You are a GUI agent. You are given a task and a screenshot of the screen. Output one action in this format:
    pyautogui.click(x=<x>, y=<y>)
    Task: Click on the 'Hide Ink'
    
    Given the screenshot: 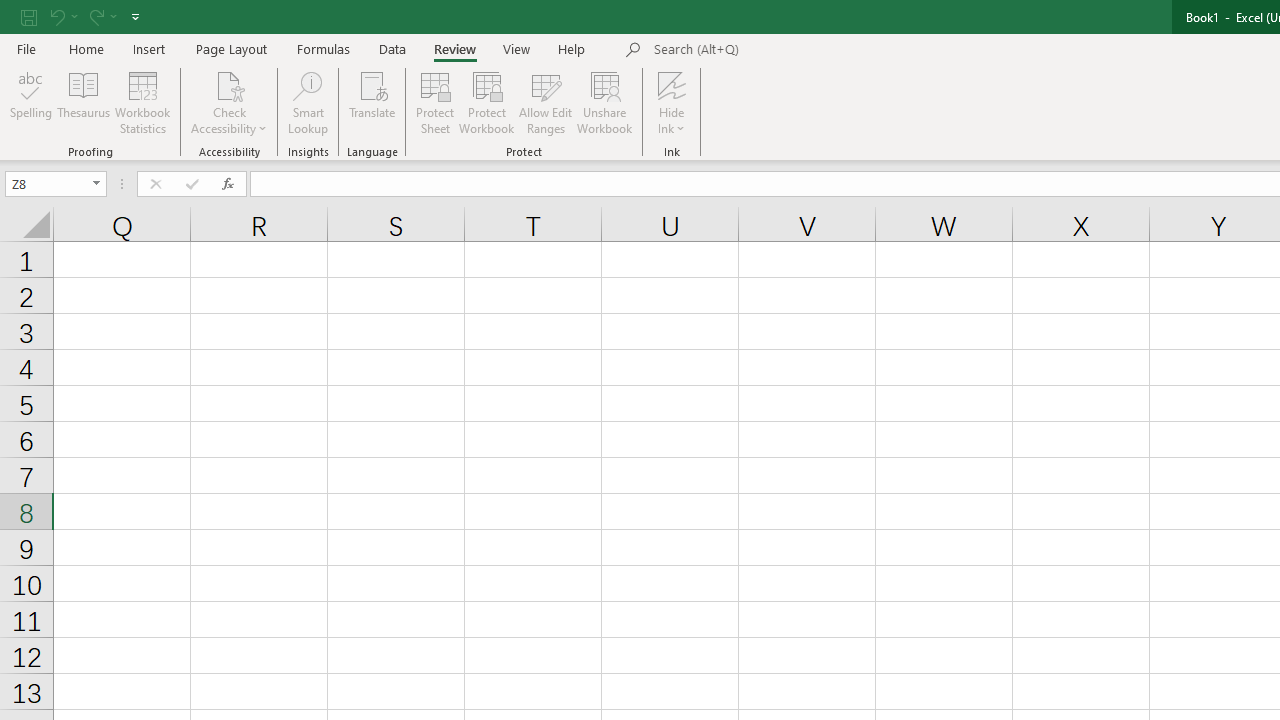 What is the action you would take?
    pyautogui.click(x=672, y=103)
    